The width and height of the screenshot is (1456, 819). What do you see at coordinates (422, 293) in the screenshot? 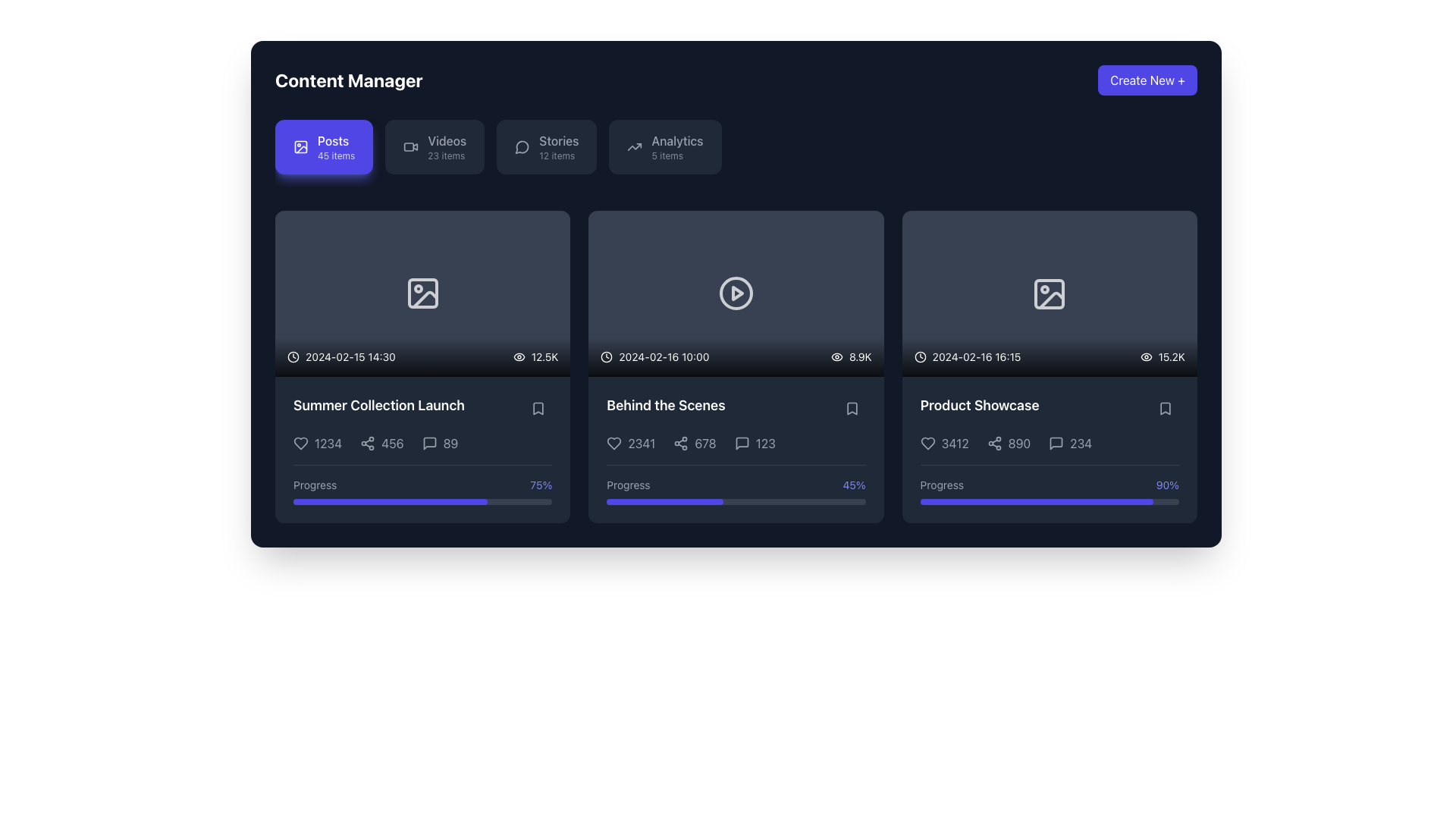
I see `the informational media card in the Content Manager section, which displays a date and time along with a view count` at bounding box center [422, 293].